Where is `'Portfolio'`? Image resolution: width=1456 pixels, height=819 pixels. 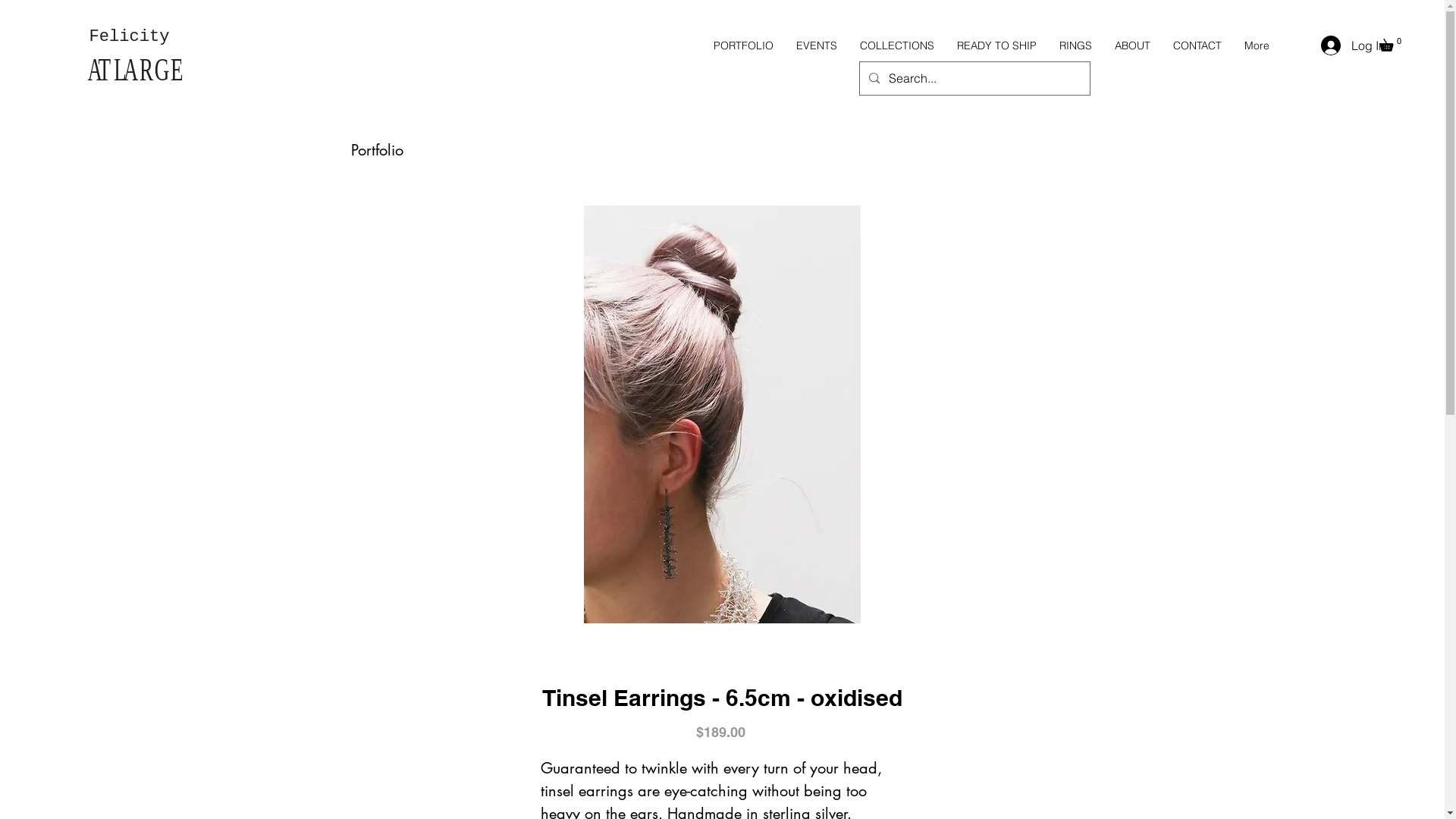
'Portfolio' is located at coordinates (376, 149).